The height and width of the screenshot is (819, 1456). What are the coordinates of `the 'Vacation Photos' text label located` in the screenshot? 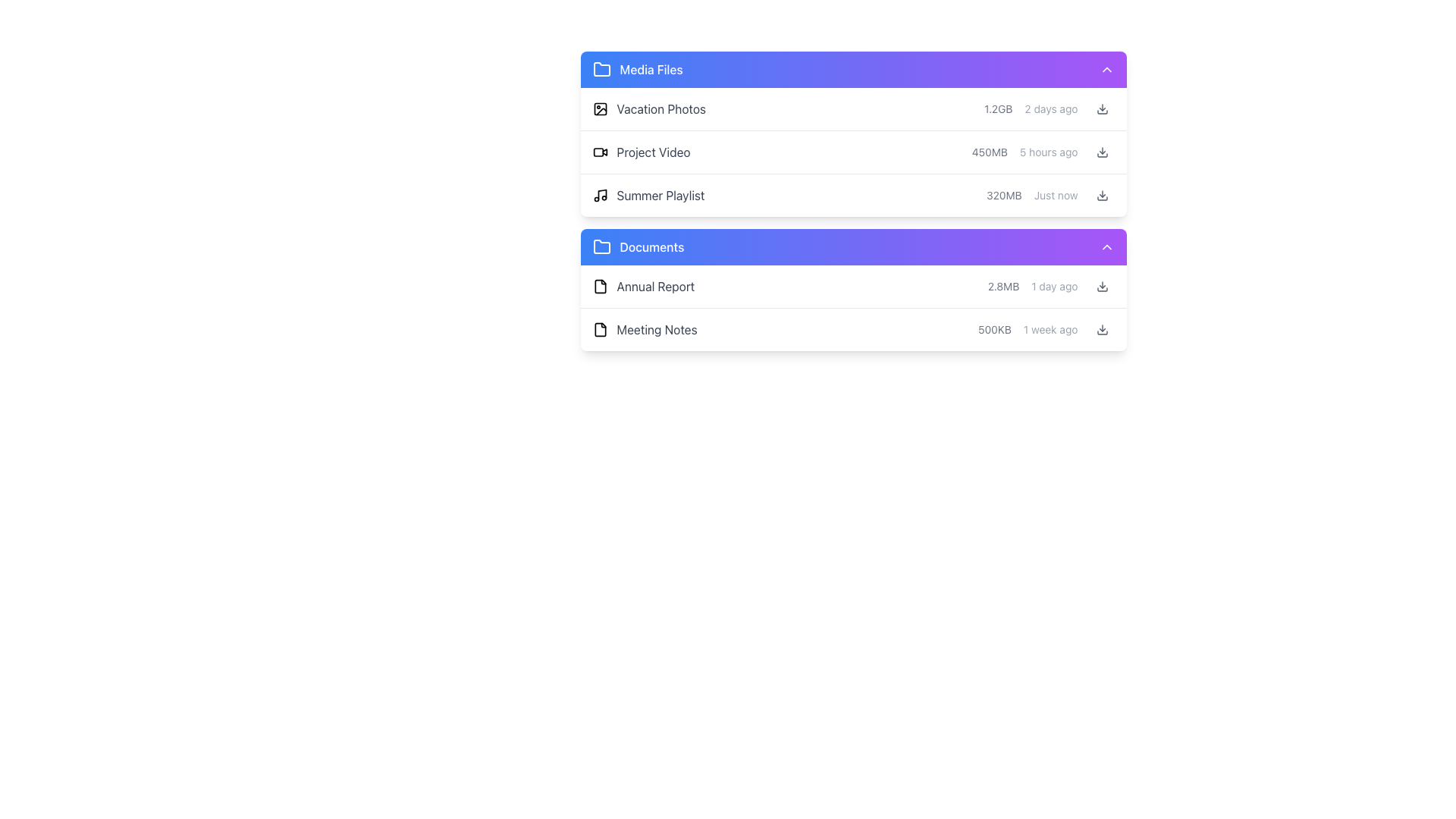 It's located at (661, 108).